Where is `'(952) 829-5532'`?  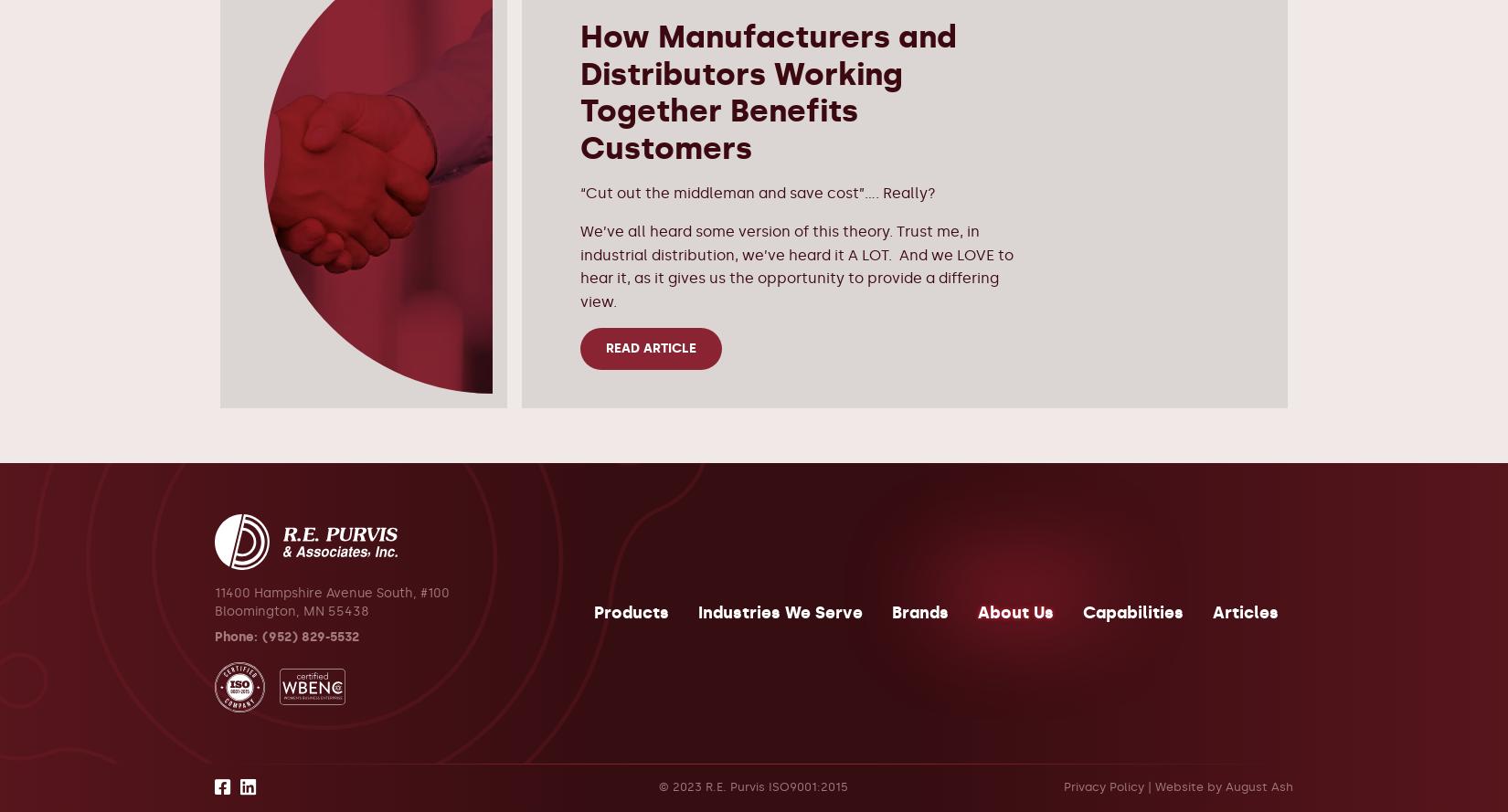
'(952) 829-5532' is located at coordinates (261, 637).